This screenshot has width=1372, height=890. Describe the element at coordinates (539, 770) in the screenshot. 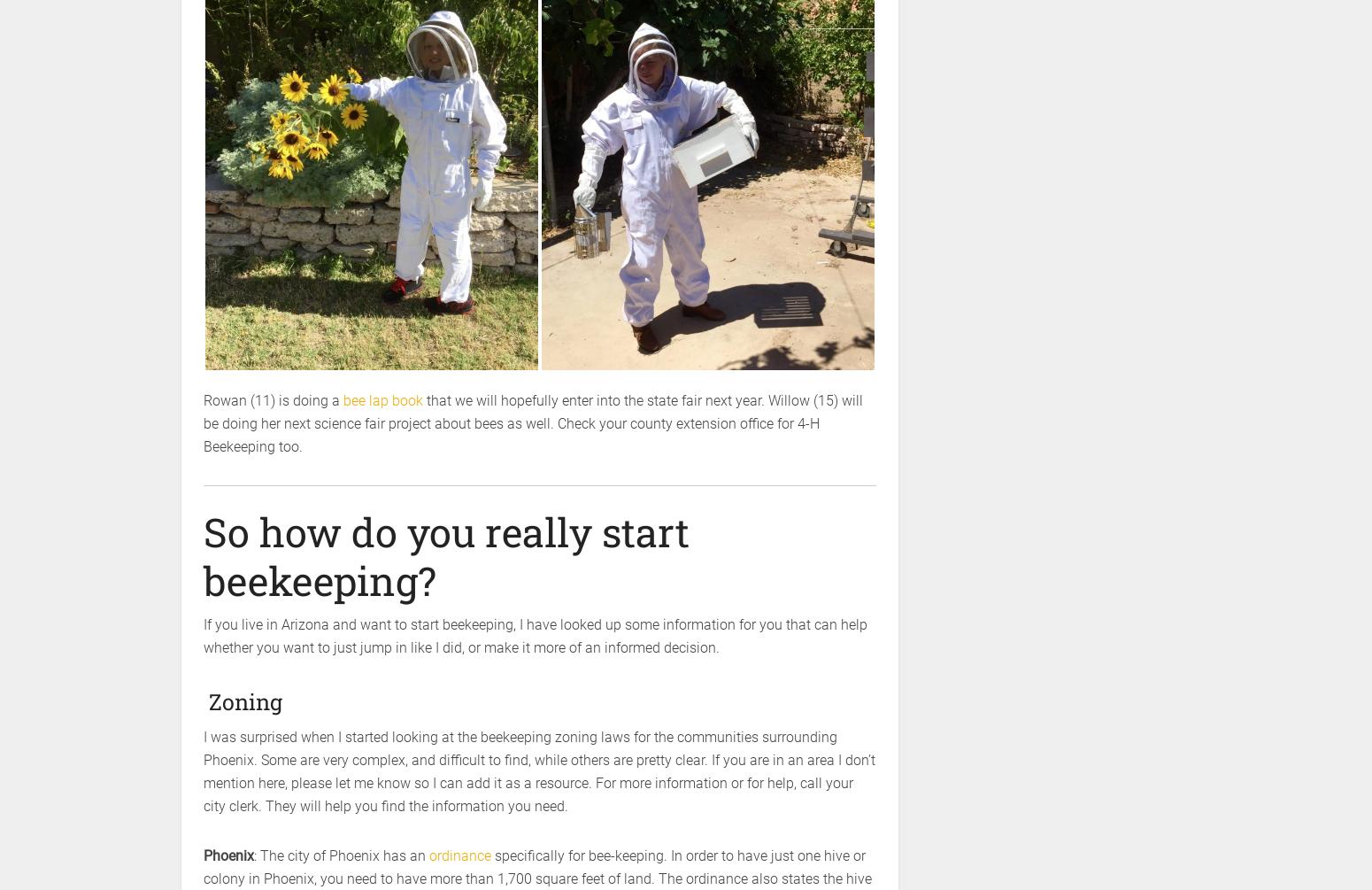

I see `'I was surprised when I started looking at the beekeeping zoning laws for the communities surrounding Phoenix. Some are very complex, and difficult to find, while others are pretty clear. If you are in an area I don’t mention here, please let me know so I can add it as a resource. For more information or for help, call your city clerk. They will help you find the information you need.'` at that location.